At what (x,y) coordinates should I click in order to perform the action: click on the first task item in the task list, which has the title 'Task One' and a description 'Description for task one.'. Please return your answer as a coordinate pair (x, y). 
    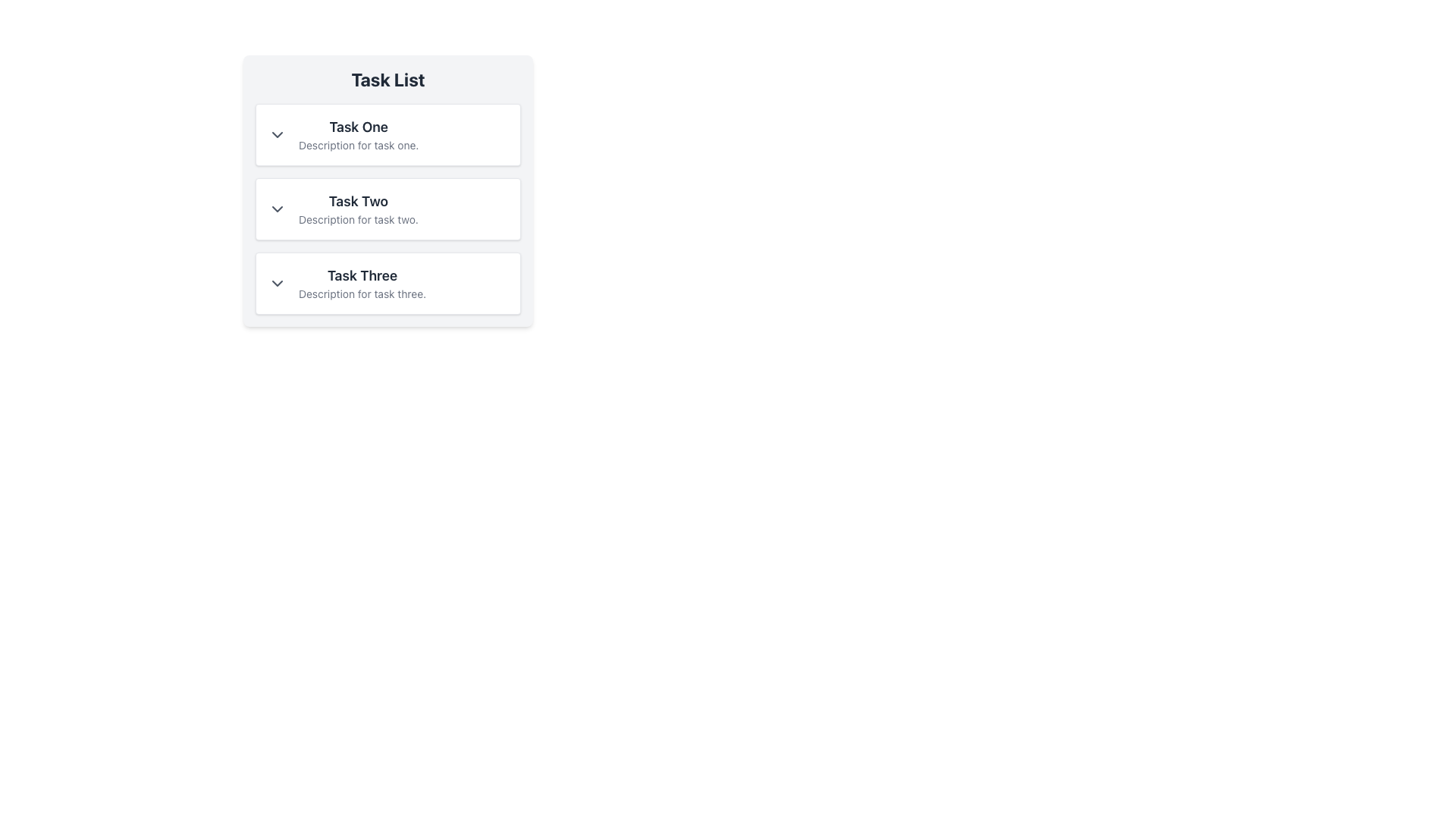
    Looking at the image, I should click on (358, 133).